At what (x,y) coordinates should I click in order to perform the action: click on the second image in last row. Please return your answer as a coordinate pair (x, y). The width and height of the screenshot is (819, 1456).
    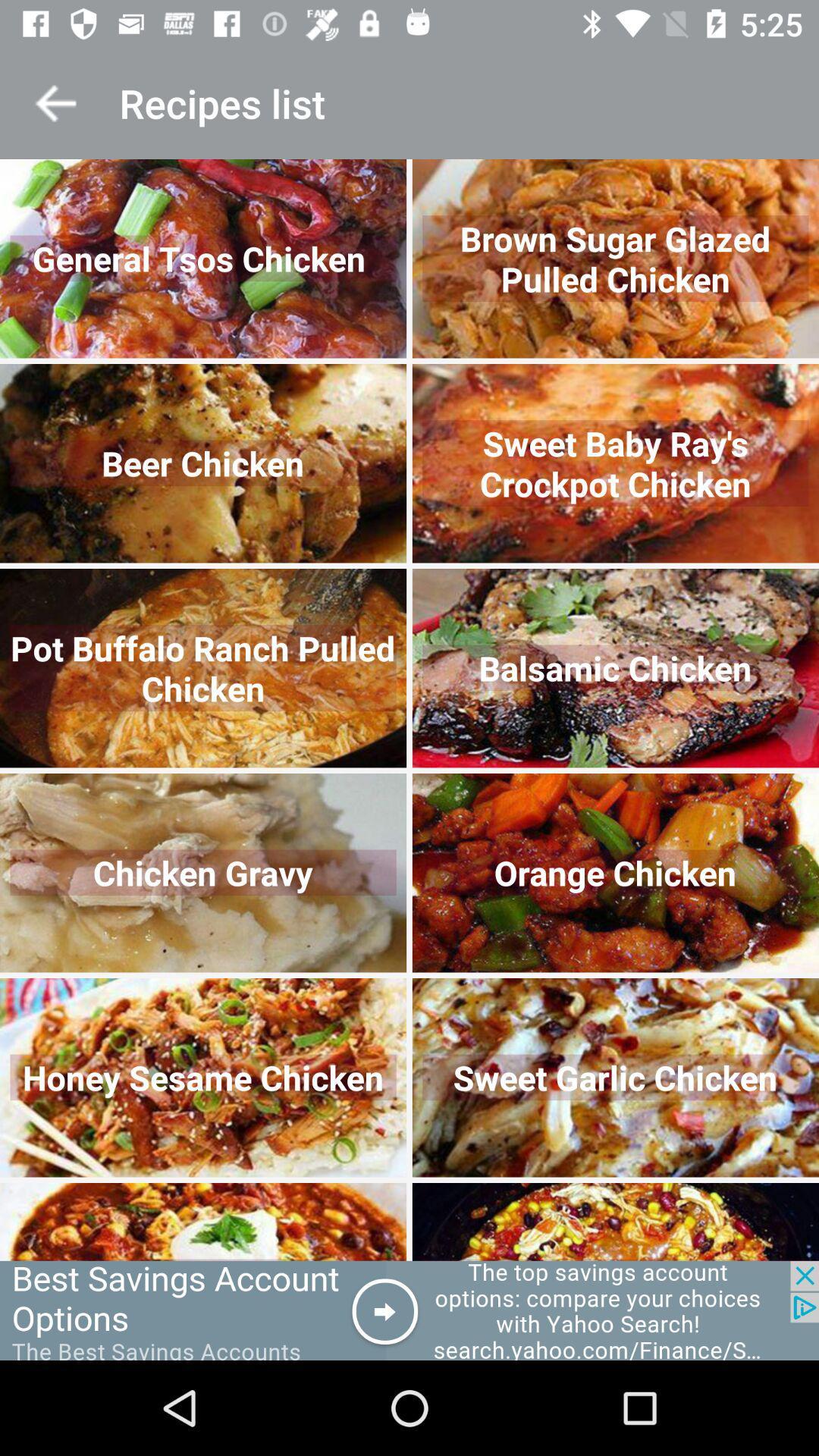
    Looking at the image, I should click on (616, 1222).